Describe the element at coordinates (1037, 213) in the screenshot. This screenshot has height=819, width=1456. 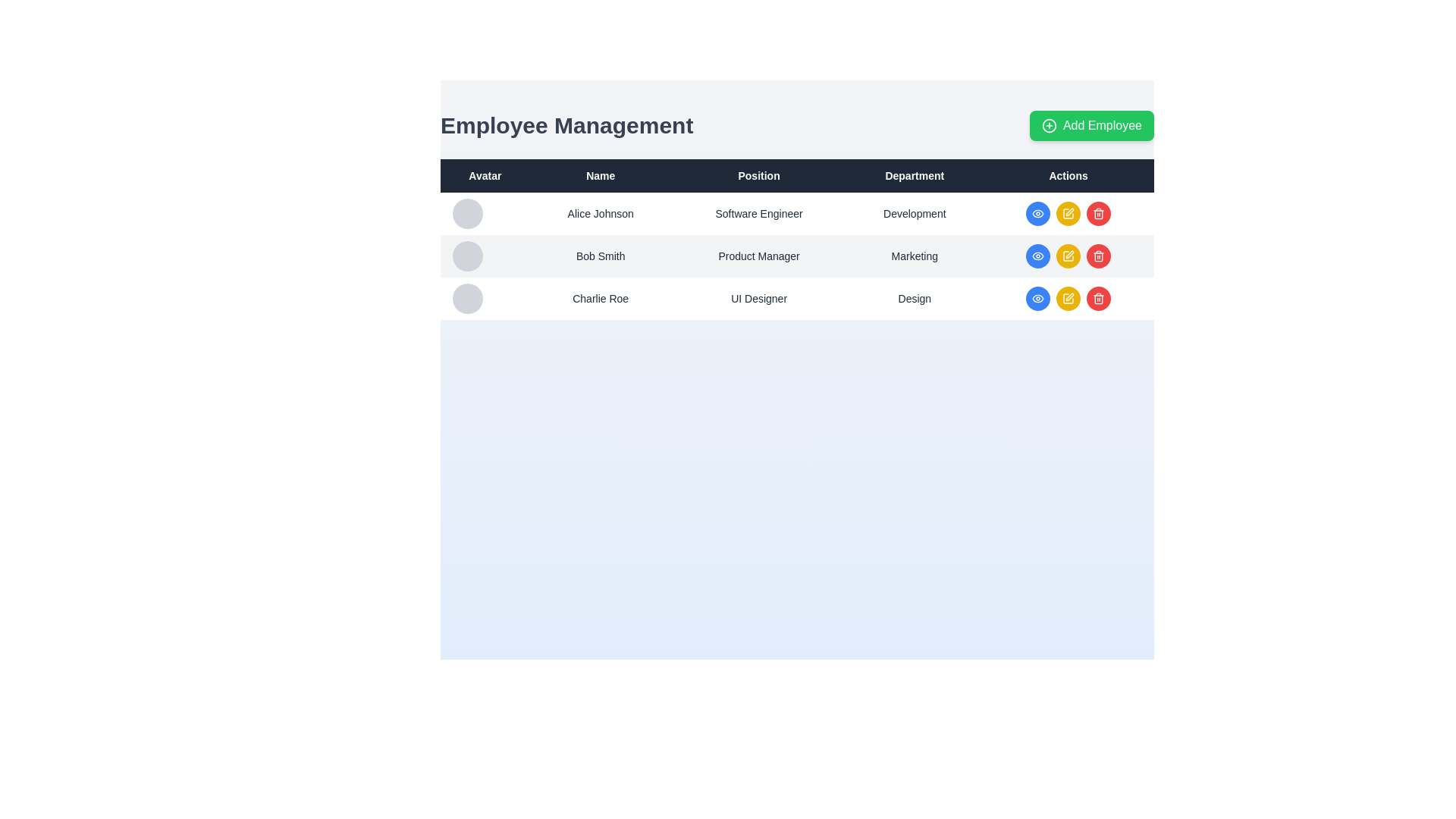
I see `the blue circular button with an eye icon in the 'Actions' column of the second row for employee 'Bob Smith'` at that location.